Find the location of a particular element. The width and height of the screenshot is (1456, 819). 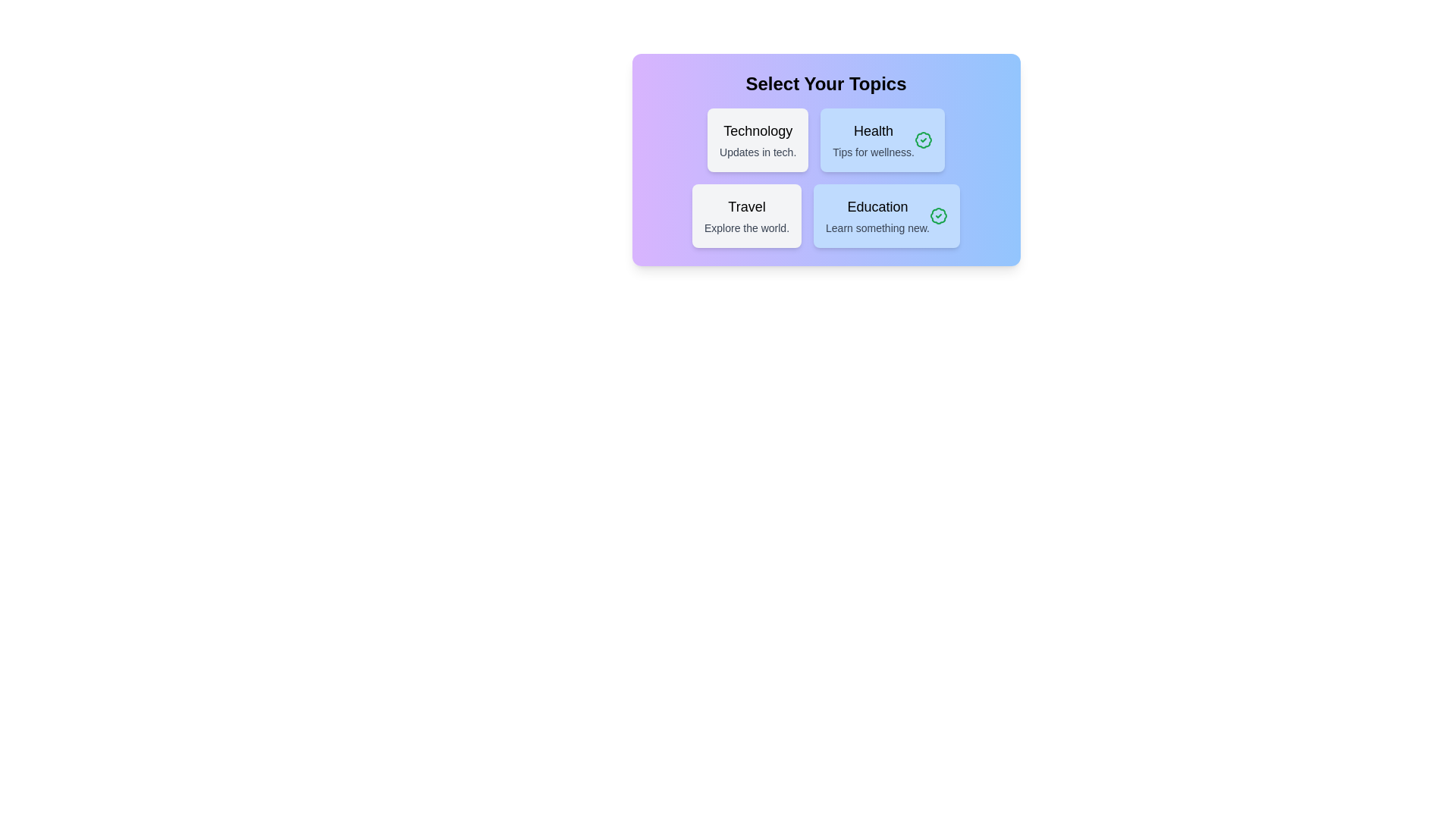

the chip labeled Technology to observe the hover effect is located at coordinates (758, 140).